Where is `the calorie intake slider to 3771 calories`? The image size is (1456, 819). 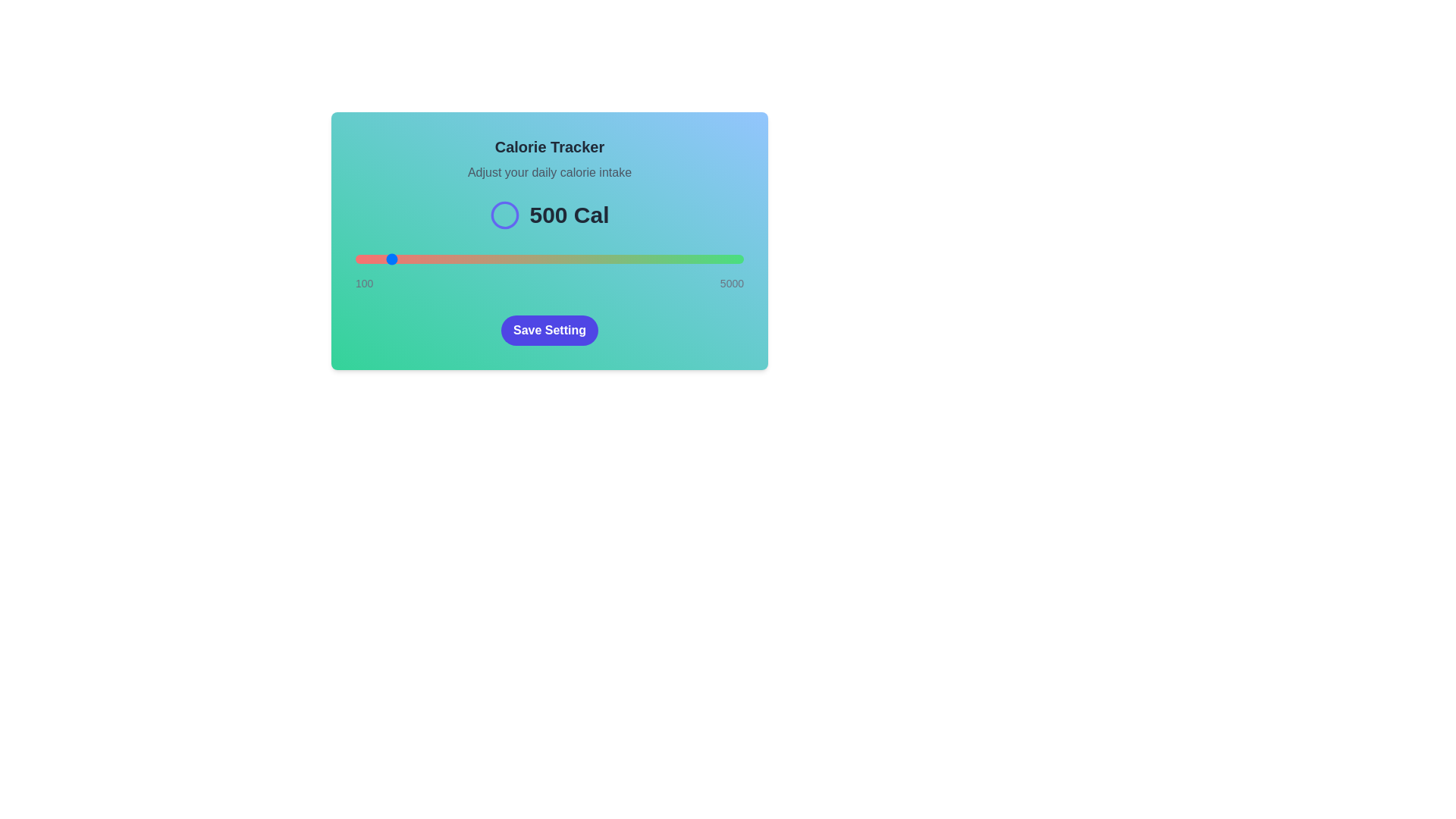
the calorie intake slider to 3771 calories is located at coordinates (646, 259).